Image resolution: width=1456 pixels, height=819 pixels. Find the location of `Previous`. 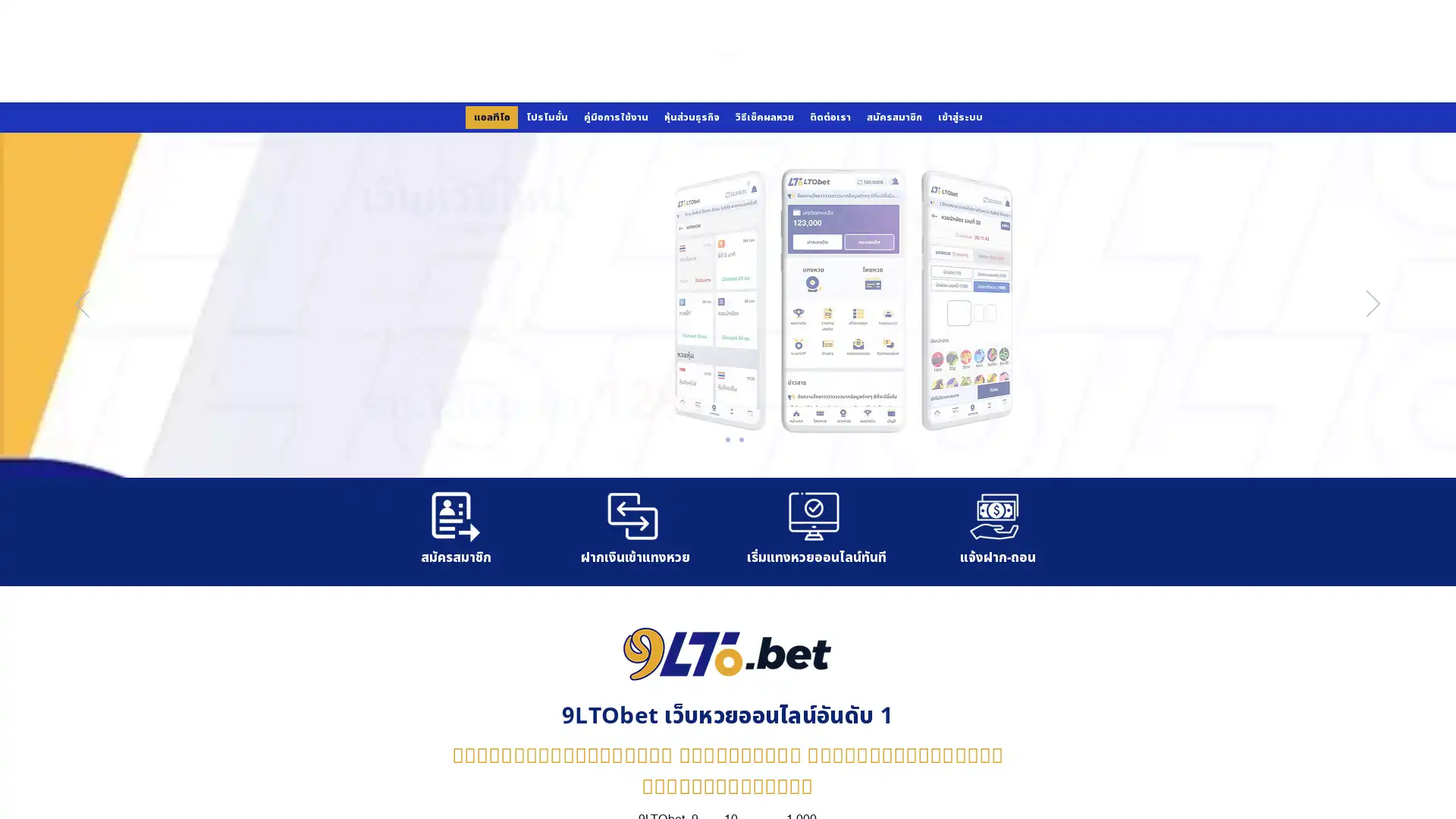

Previous is located at coordinates (82, 304).